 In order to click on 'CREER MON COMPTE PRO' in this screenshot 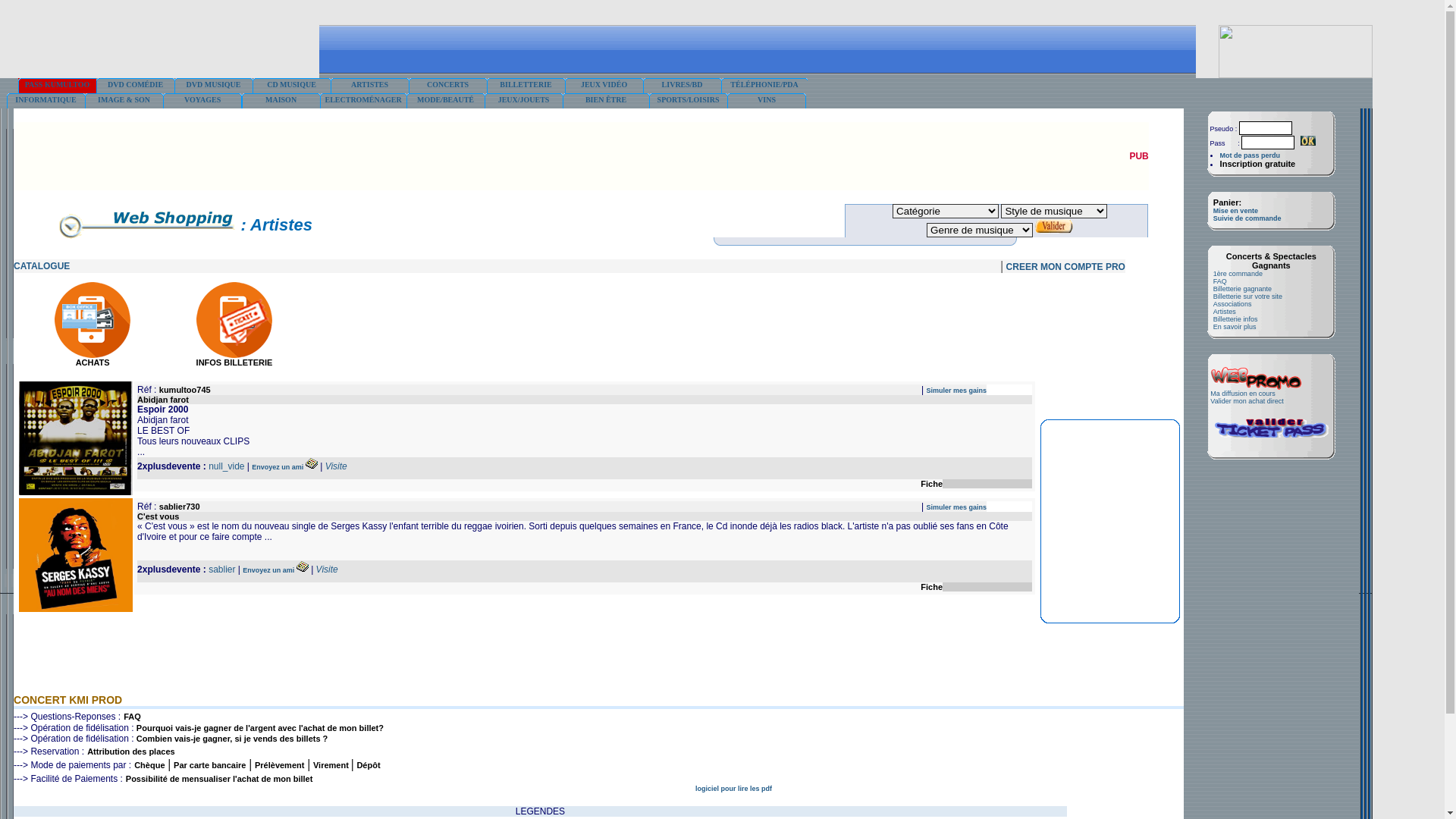, I will do `click(1006, 265)`.